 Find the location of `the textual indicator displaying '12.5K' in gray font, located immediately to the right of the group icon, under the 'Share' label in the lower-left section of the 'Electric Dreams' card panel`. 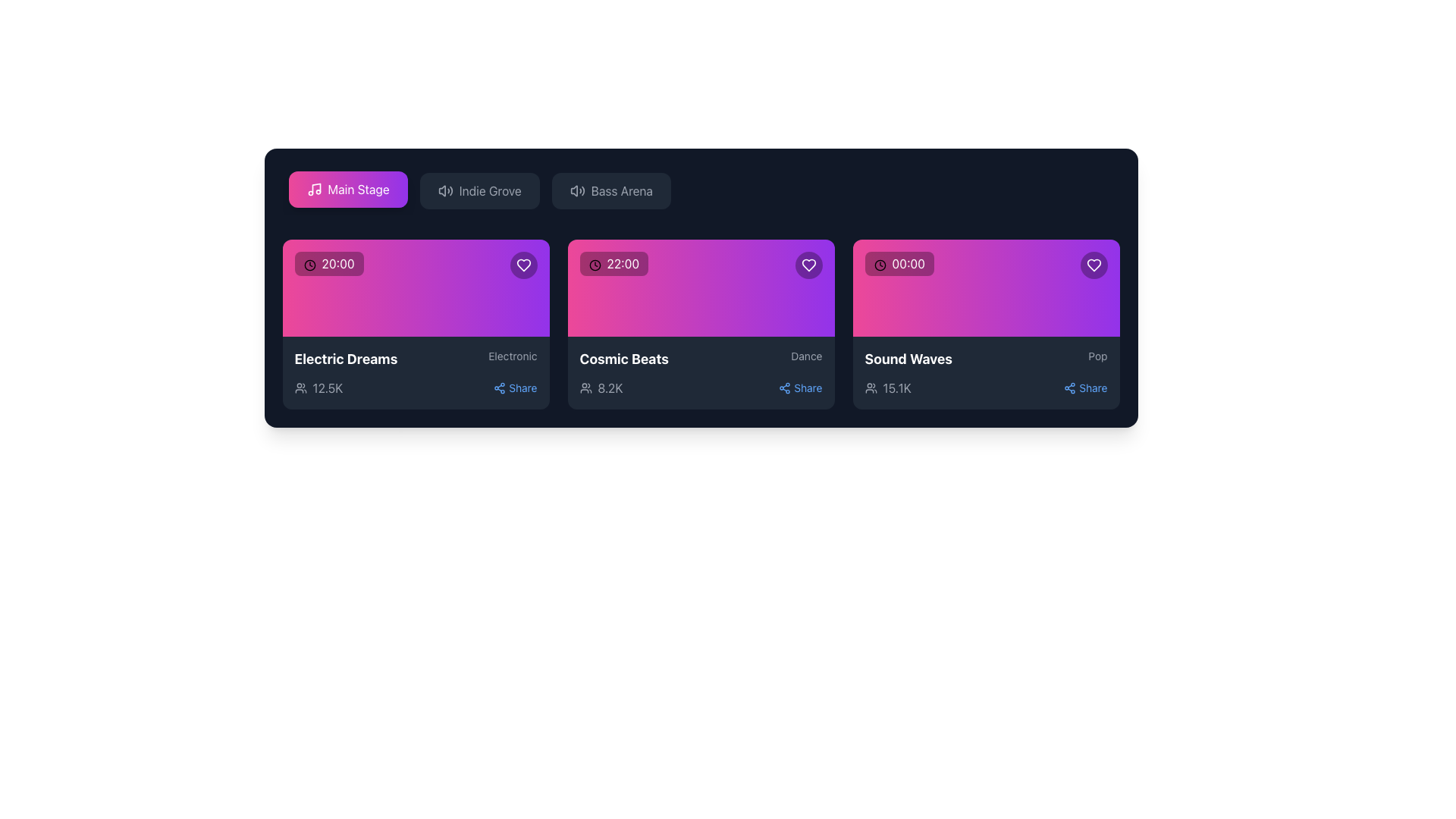

the textual indicator displaying '12.5K' in gray font, located immediately to the right of the group icon, under the 'Share' label in the lower-left section of the 'Electric Dreams' card panel is located at coordinates (318, 388).